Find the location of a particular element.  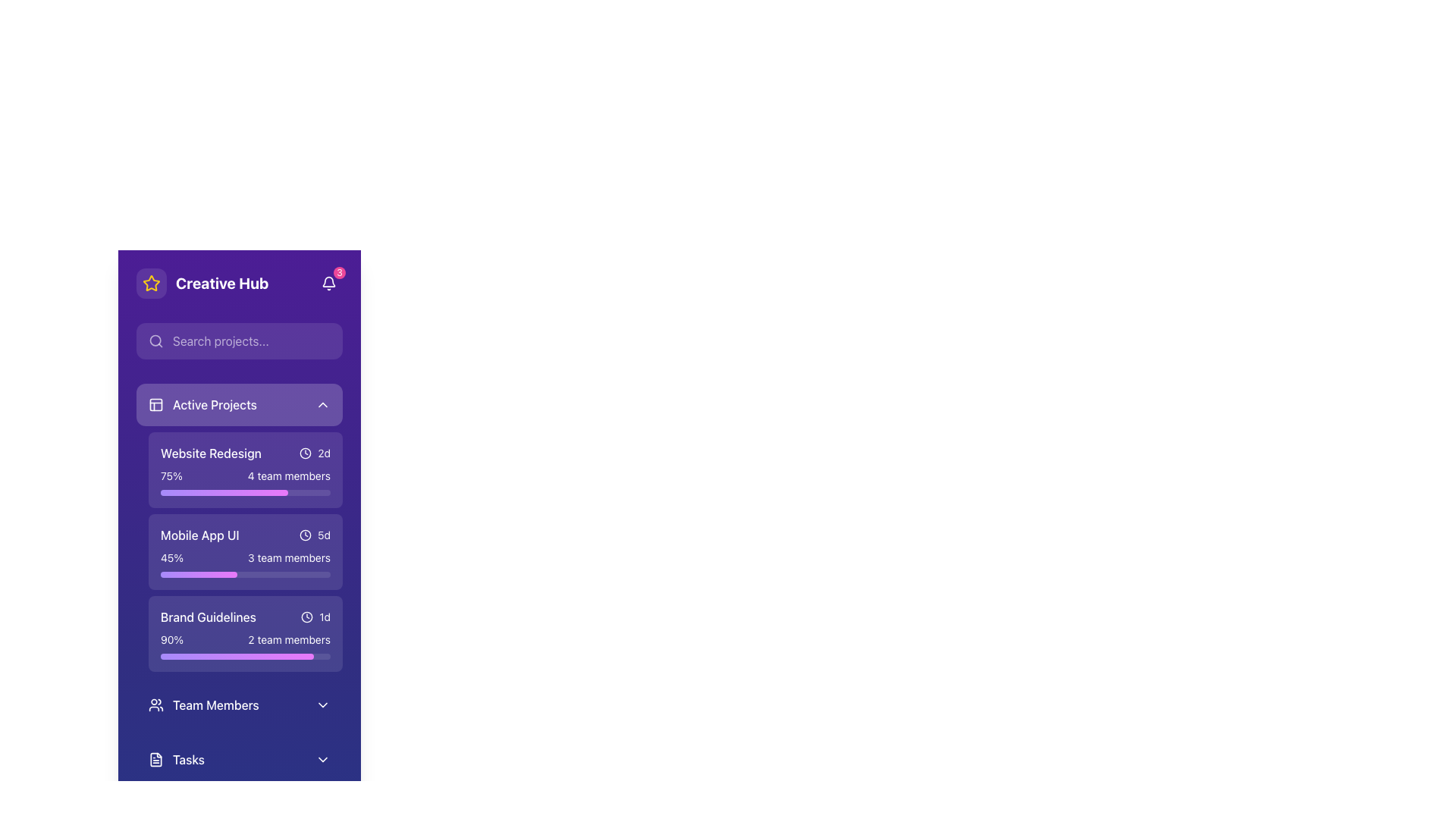

the text label displaying '90%' in bold white font on a purple background, located in the 'Brand Guidelines' section under the 'Active Projects' group is located at coordinates (172, 640).